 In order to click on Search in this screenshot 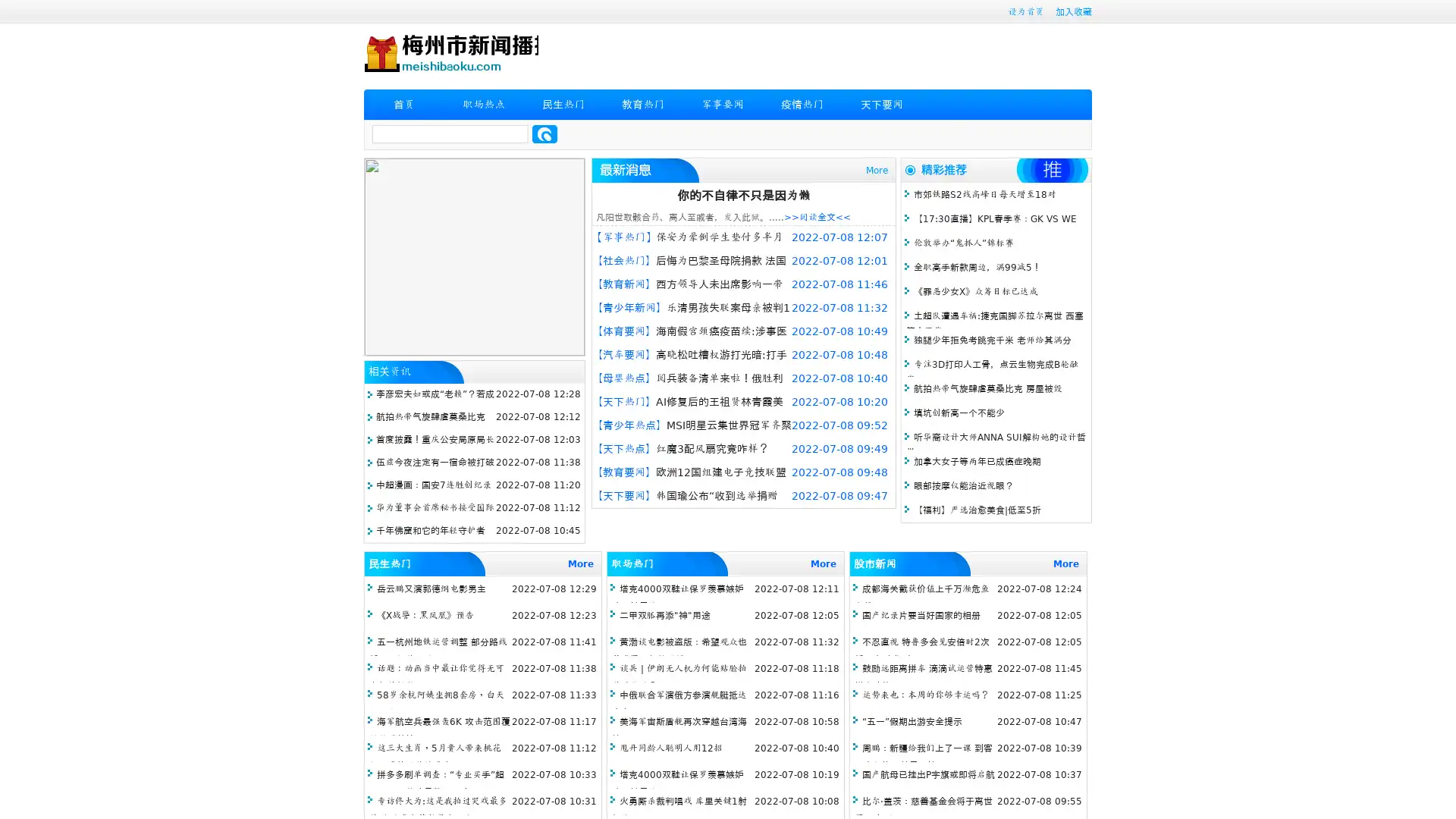, I will do `click(544, 133)`.